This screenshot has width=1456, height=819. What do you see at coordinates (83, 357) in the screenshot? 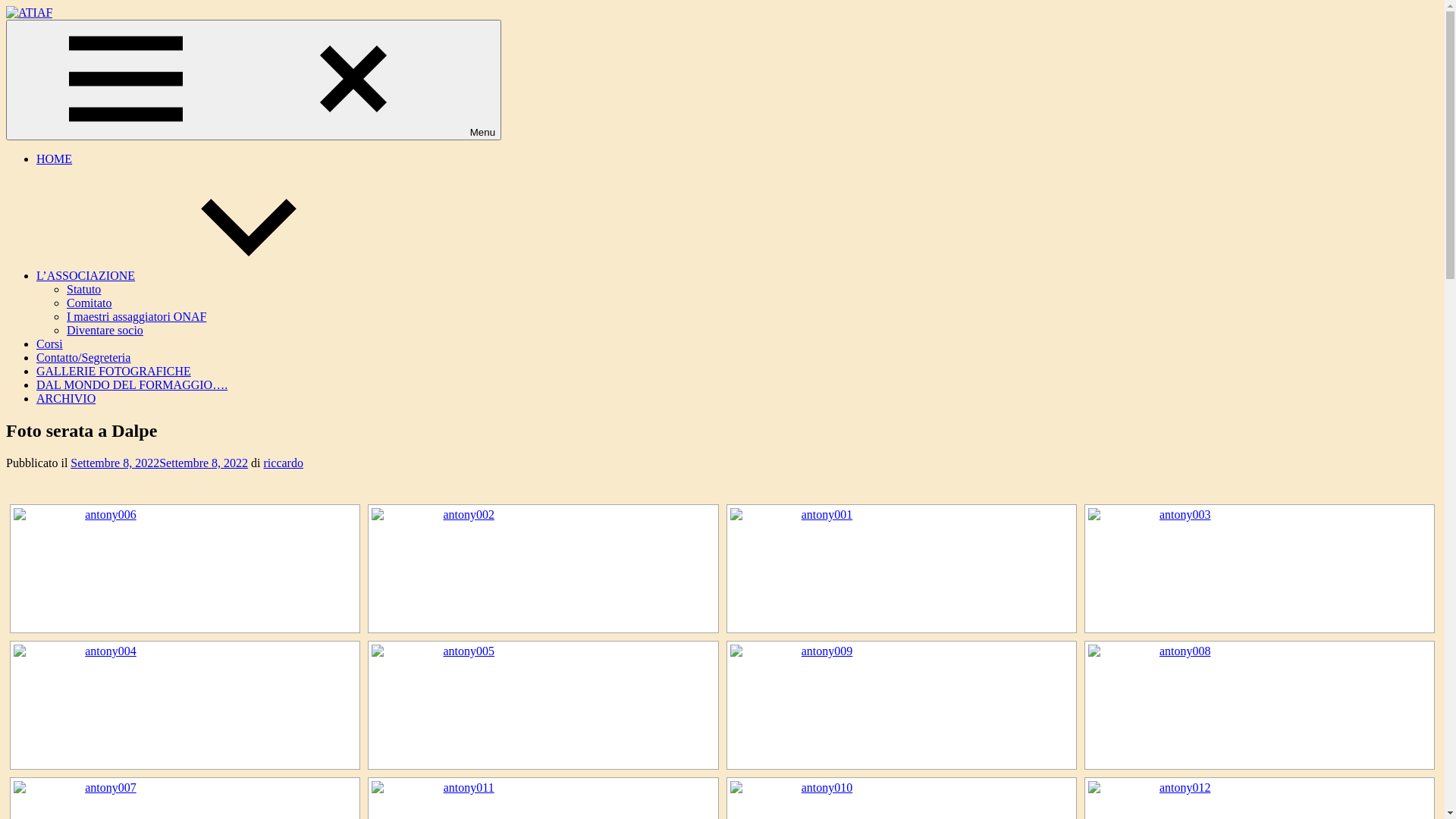
I see `'Contatto/Segreteria'` at bounding box center [83, 357].